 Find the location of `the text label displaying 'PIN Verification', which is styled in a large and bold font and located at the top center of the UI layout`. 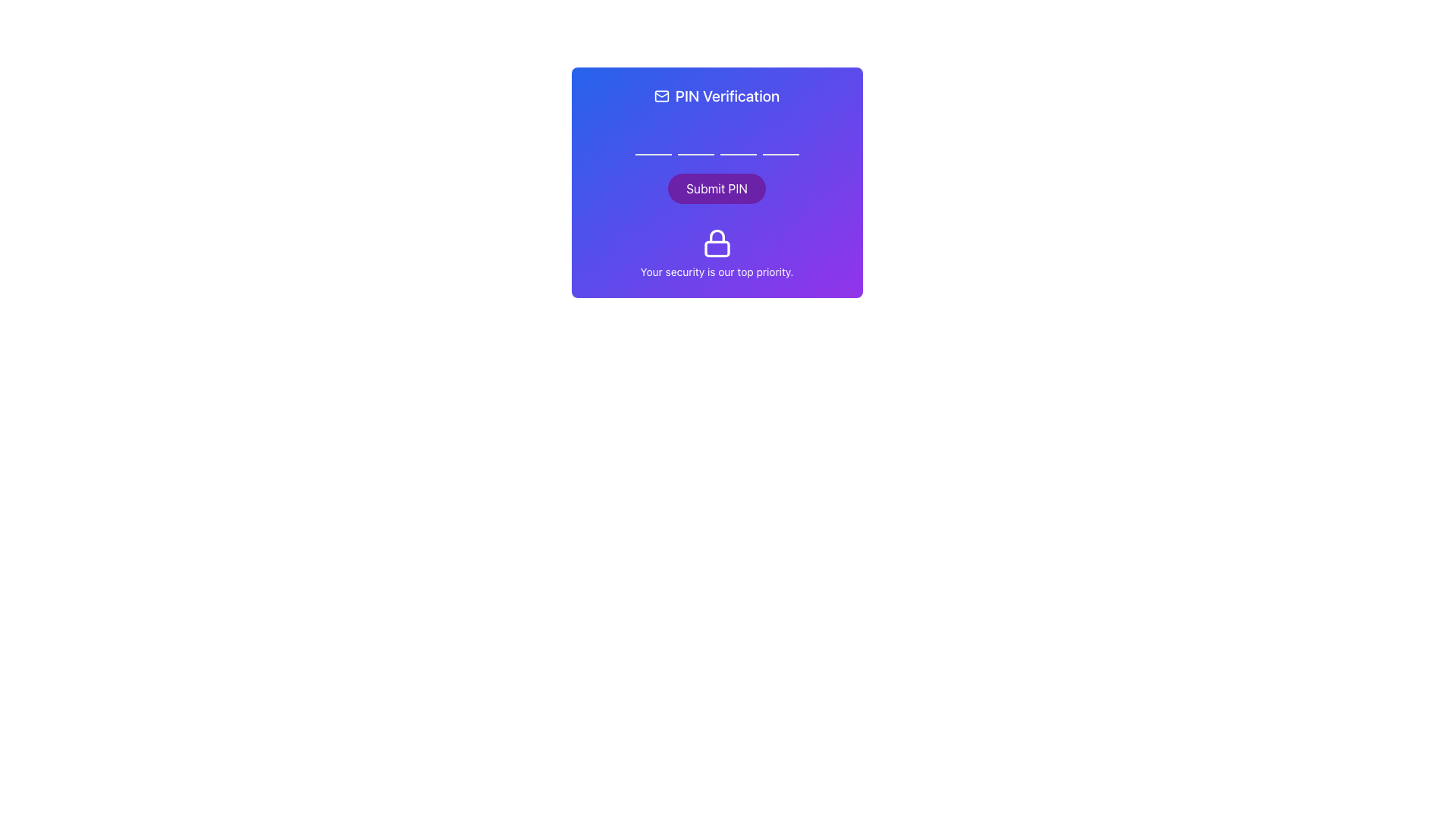

the text label displaying 'PIN Verification', which is styled in a large and bold font and located at the top center of the UI layout is located at coordinates (726, 96).